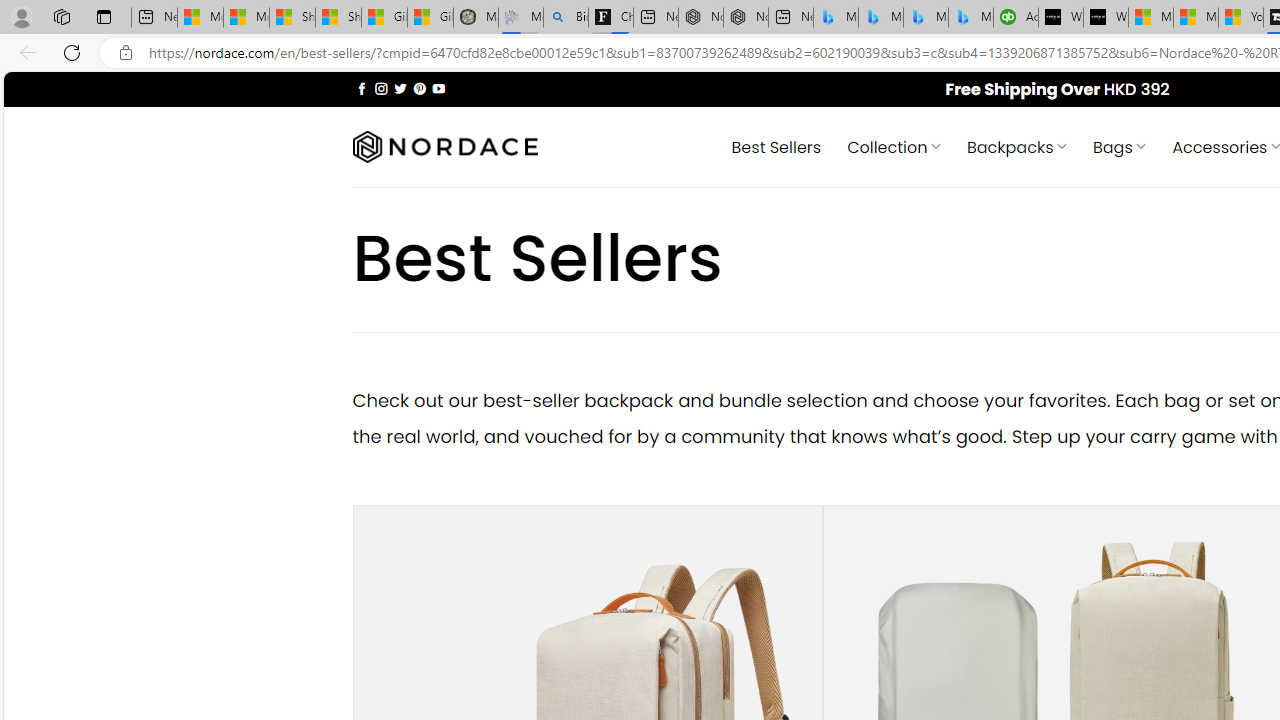  Describe the element at coordinates (443, 146) in the screenshot. I see `'Nordace'` at that location.